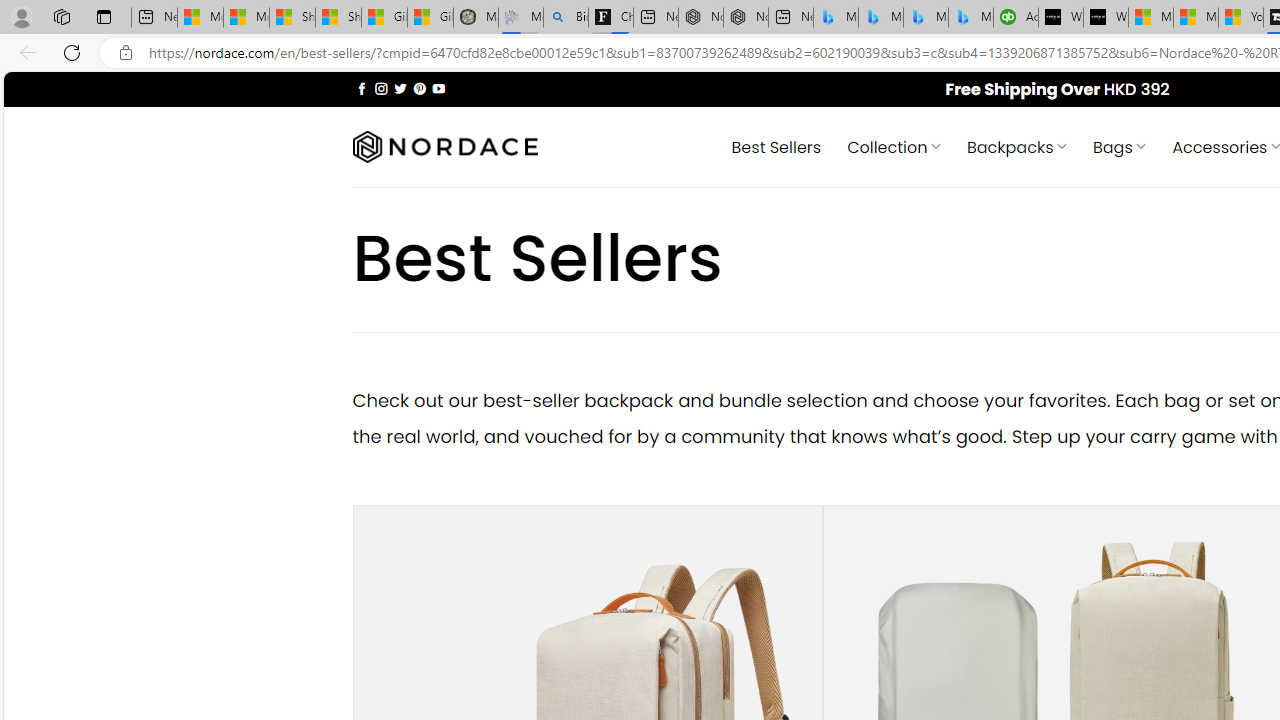  Describe the element at coordinates (443, 146) in the screenshot. I see `'Nordace'` at that location.